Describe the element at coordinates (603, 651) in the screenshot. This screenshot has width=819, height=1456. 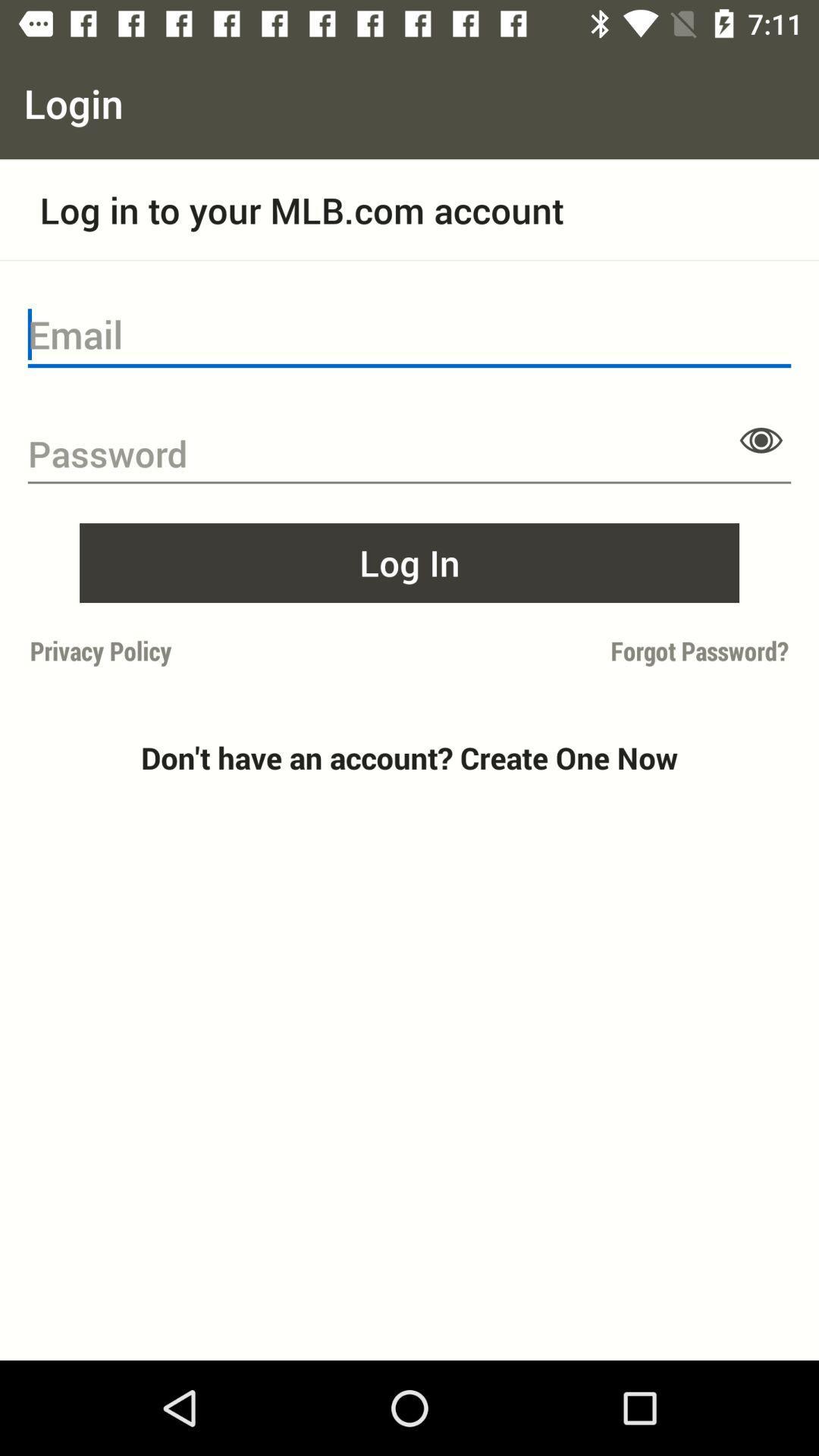
I see `the icon to the right of privacy policy icon` at that location.